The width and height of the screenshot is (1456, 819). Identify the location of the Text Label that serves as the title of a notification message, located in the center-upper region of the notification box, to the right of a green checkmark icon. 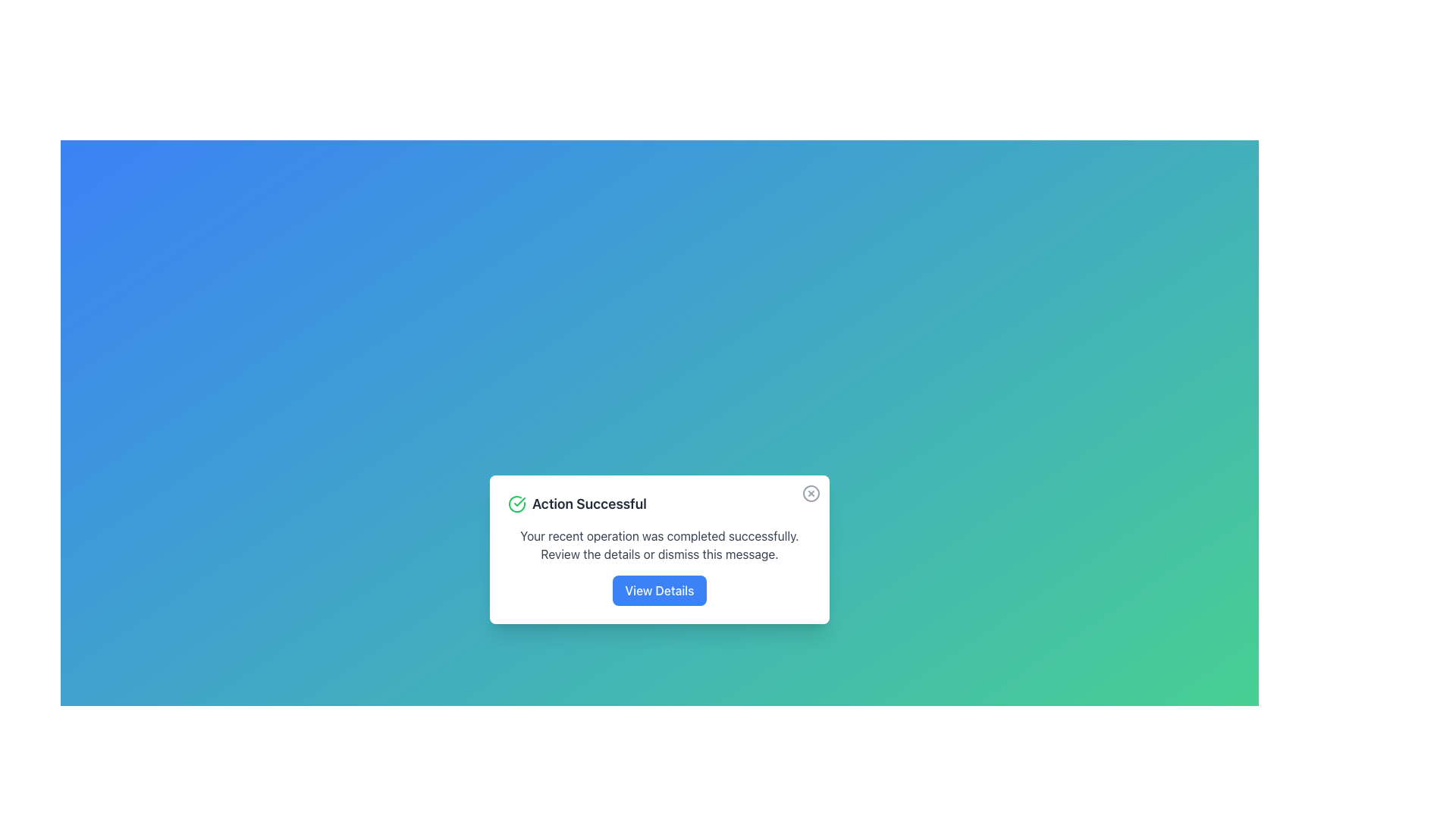
(588, 504).